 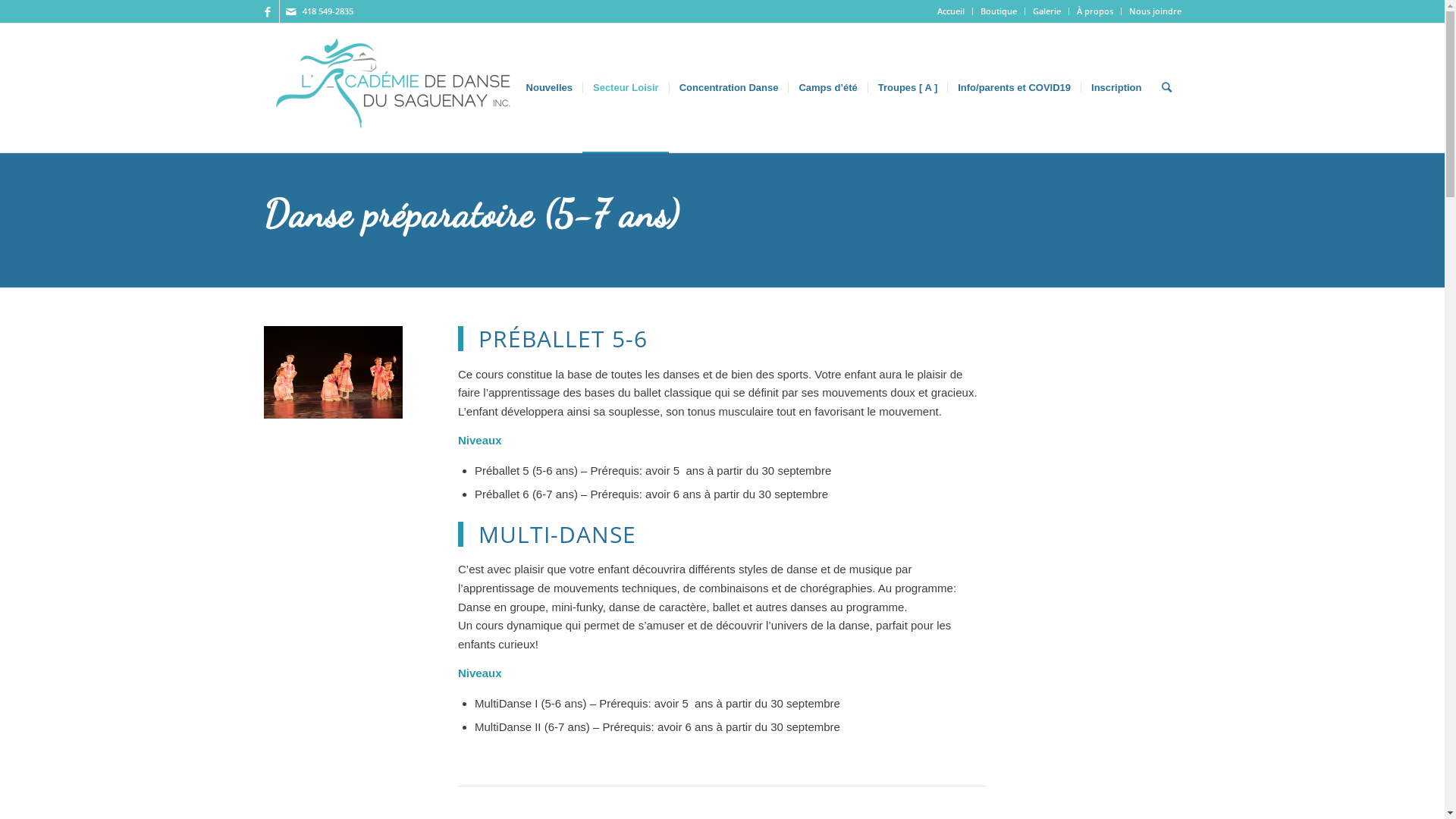 I want to click on 'Troupes [ A ]', so click(x=907, y=87).